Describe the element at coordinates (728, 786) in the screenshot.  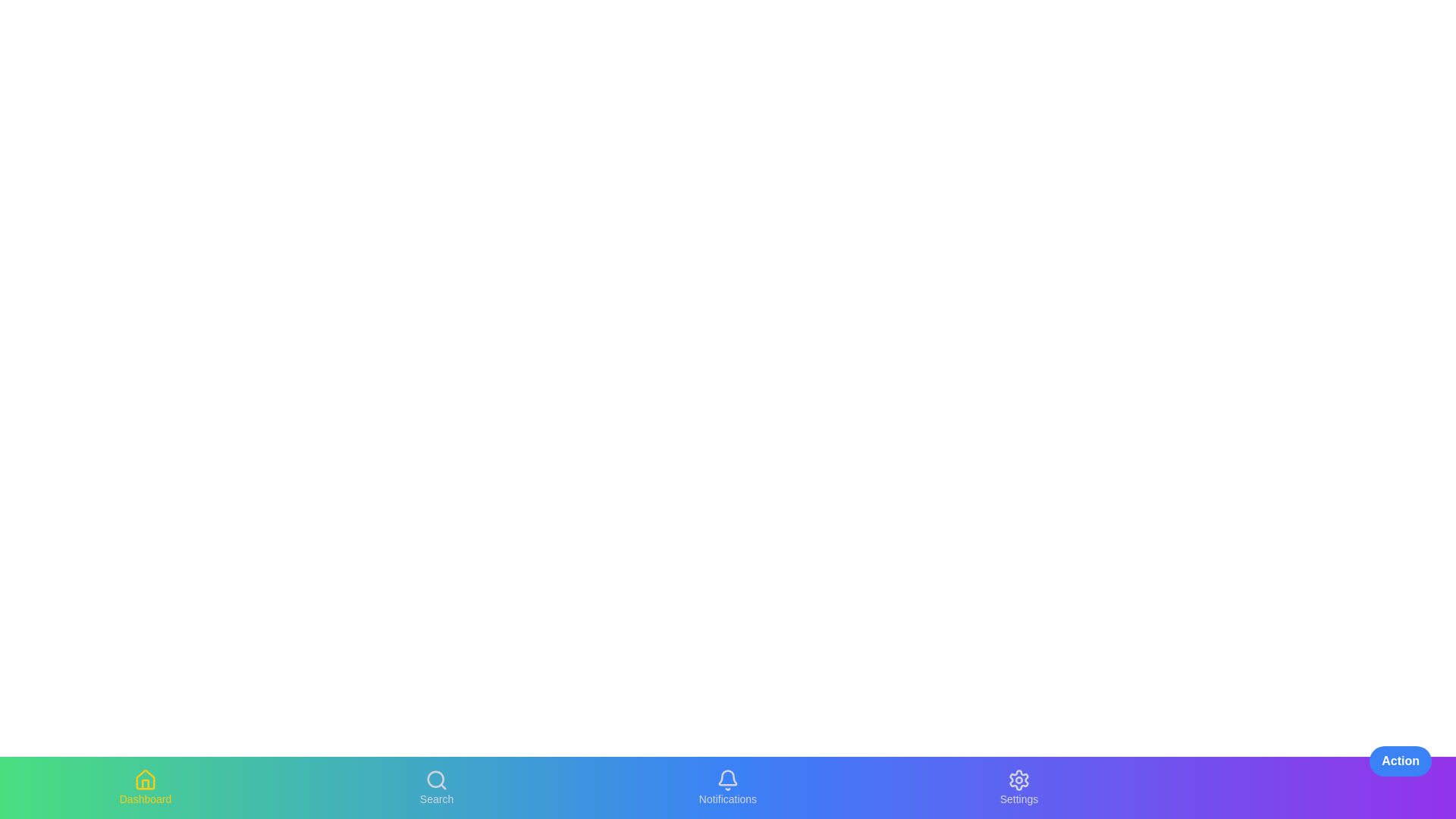
I see `the navigation item labeled Notifications from the bottom bar` at that location.